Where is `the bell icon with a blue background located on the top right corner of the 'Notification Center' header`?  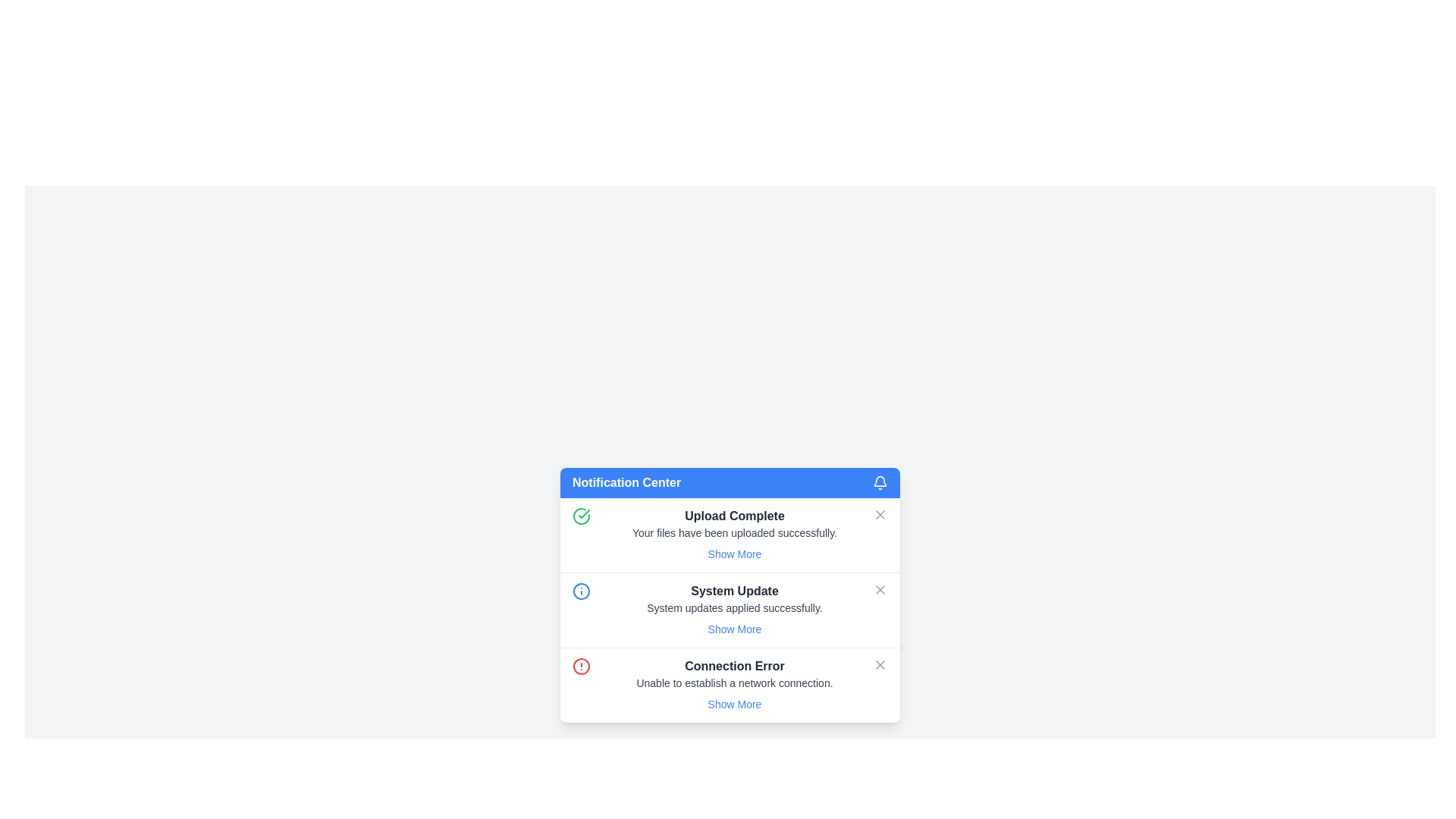
the bell icon with a blue background located on the top right corner of the 'Notification Center' header is located at coordinates (880, 482).